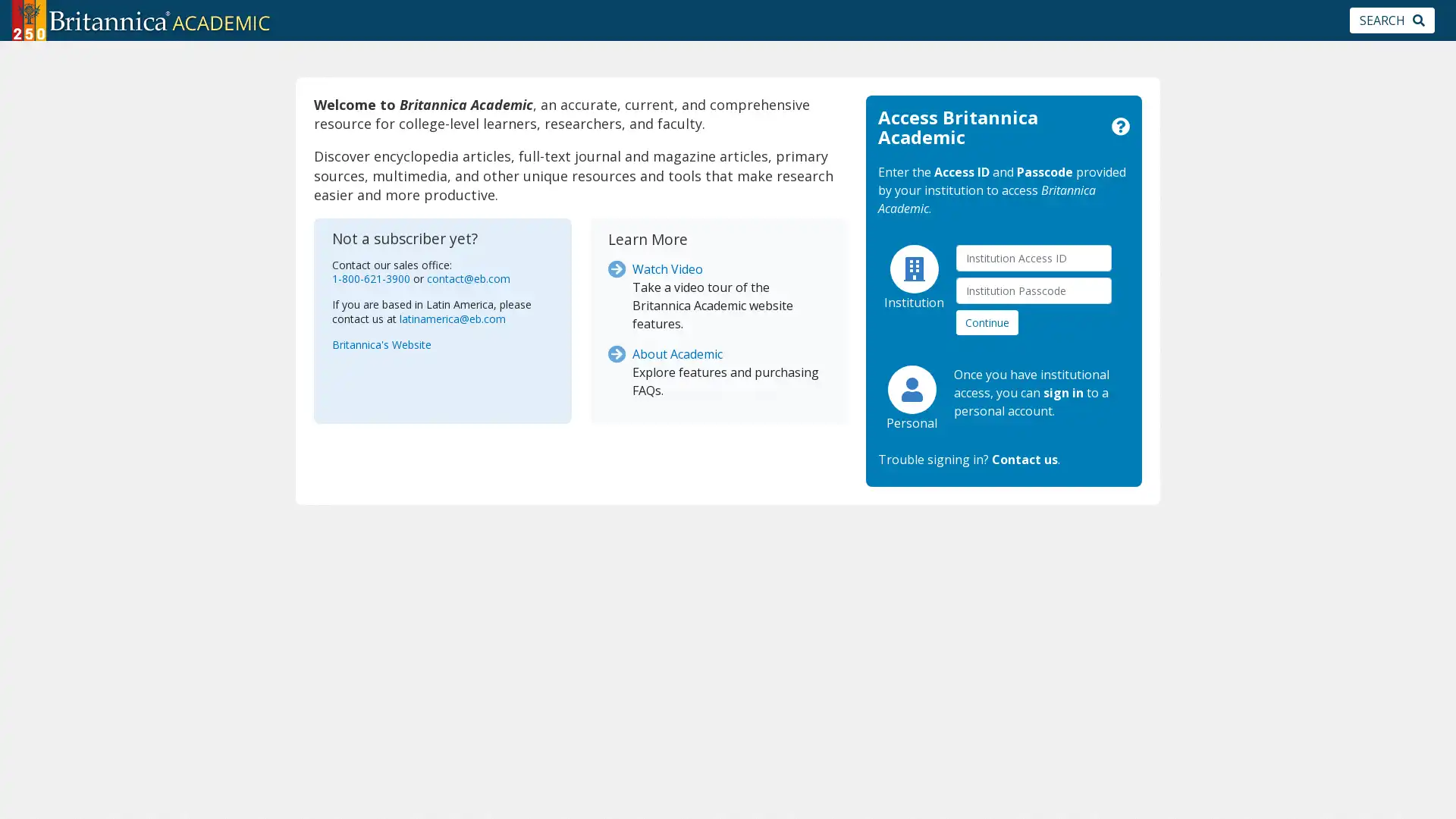  What do you see at coordinates (987, 321) in the screenshot?
I see `Continue` at bounding box center [987, 321].